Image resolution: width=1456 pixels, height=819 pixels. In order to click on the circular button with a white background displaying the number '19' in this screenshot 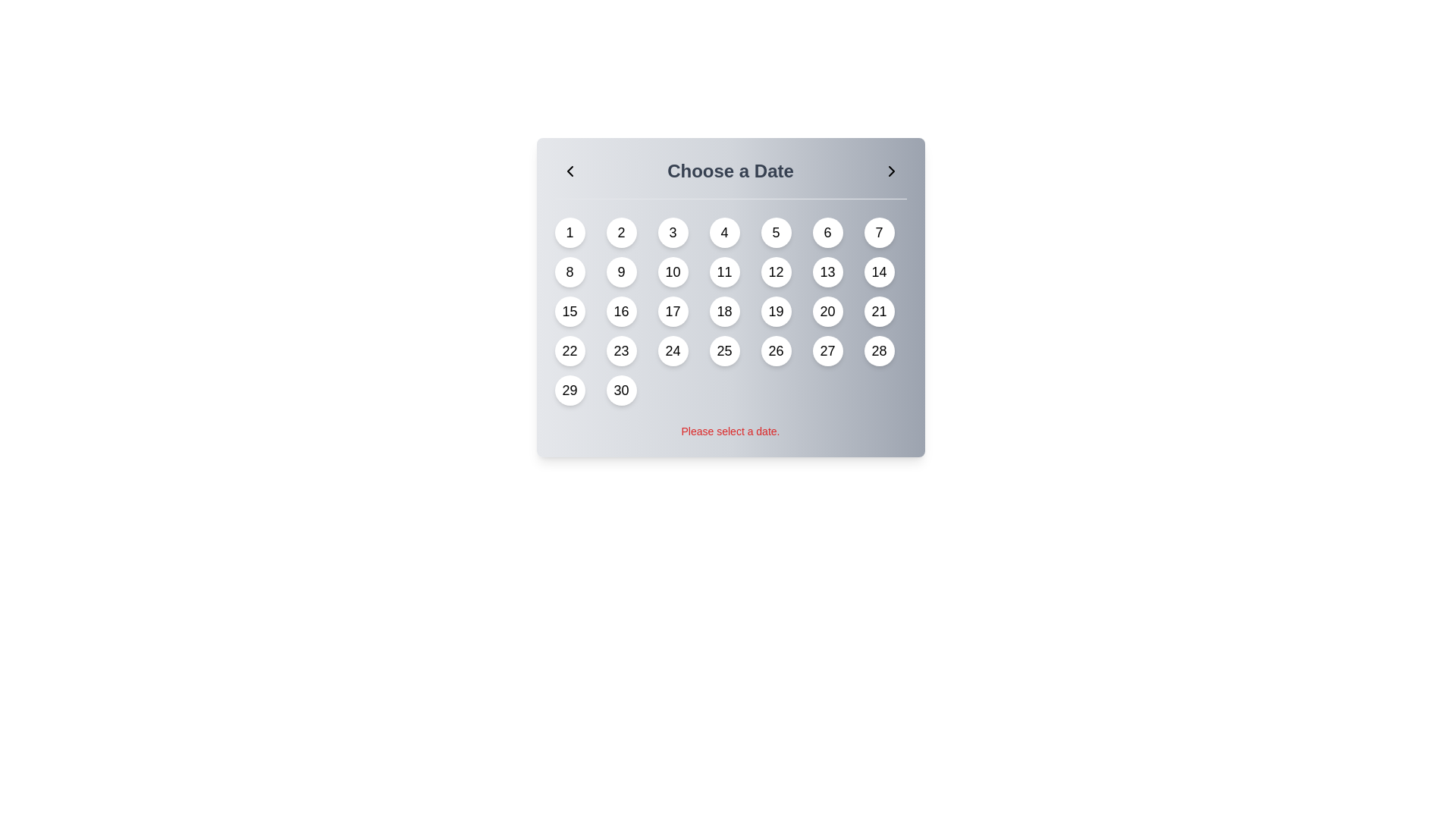, I will do `click(776, 311)`.